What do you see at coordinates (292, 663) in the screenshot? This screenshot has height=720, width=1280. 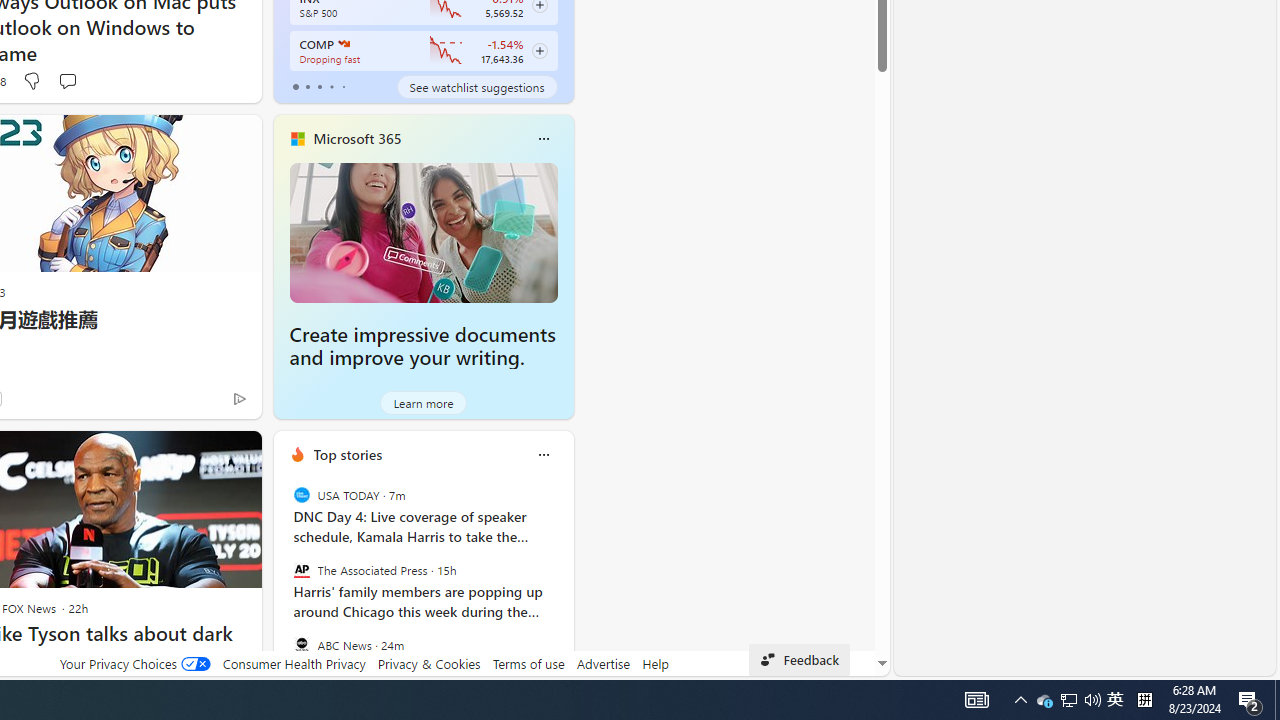 I see `'Consumer Health Privacy'` at bounding box center [292, 663].